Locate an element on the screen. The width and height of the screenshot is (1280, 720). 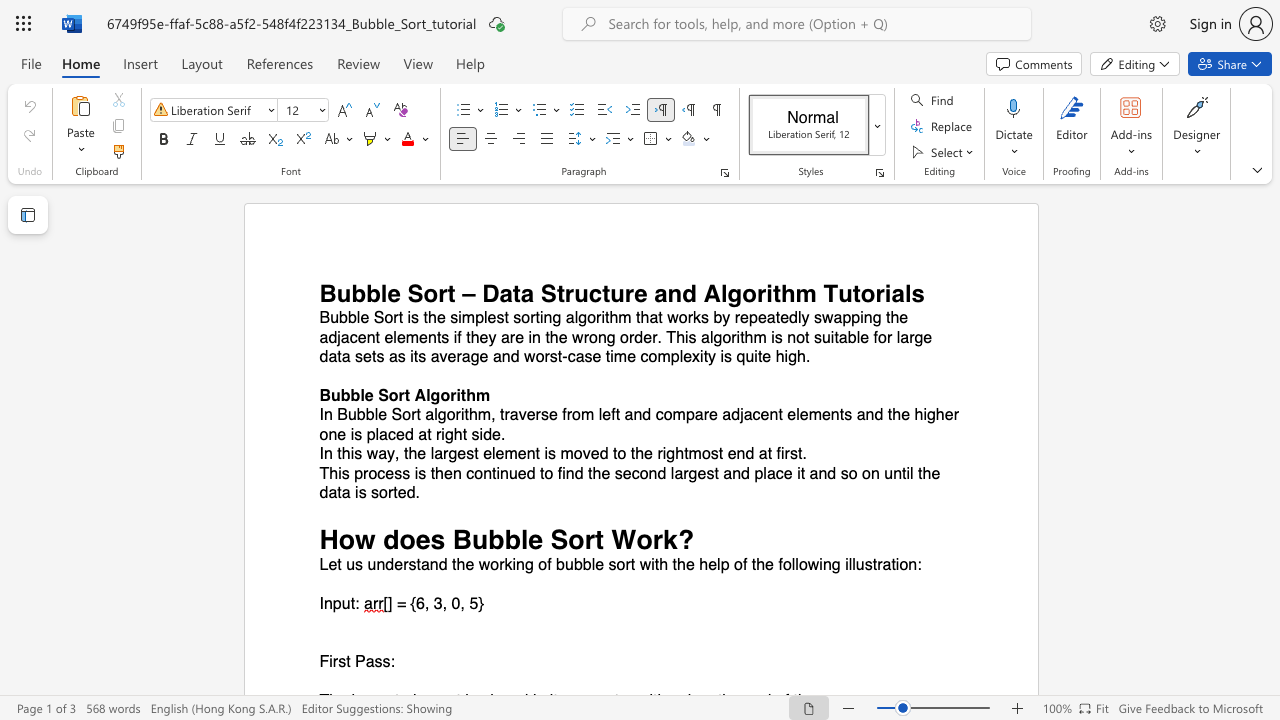
the 4th character "h" in the text is located at coordinates (679, 454).